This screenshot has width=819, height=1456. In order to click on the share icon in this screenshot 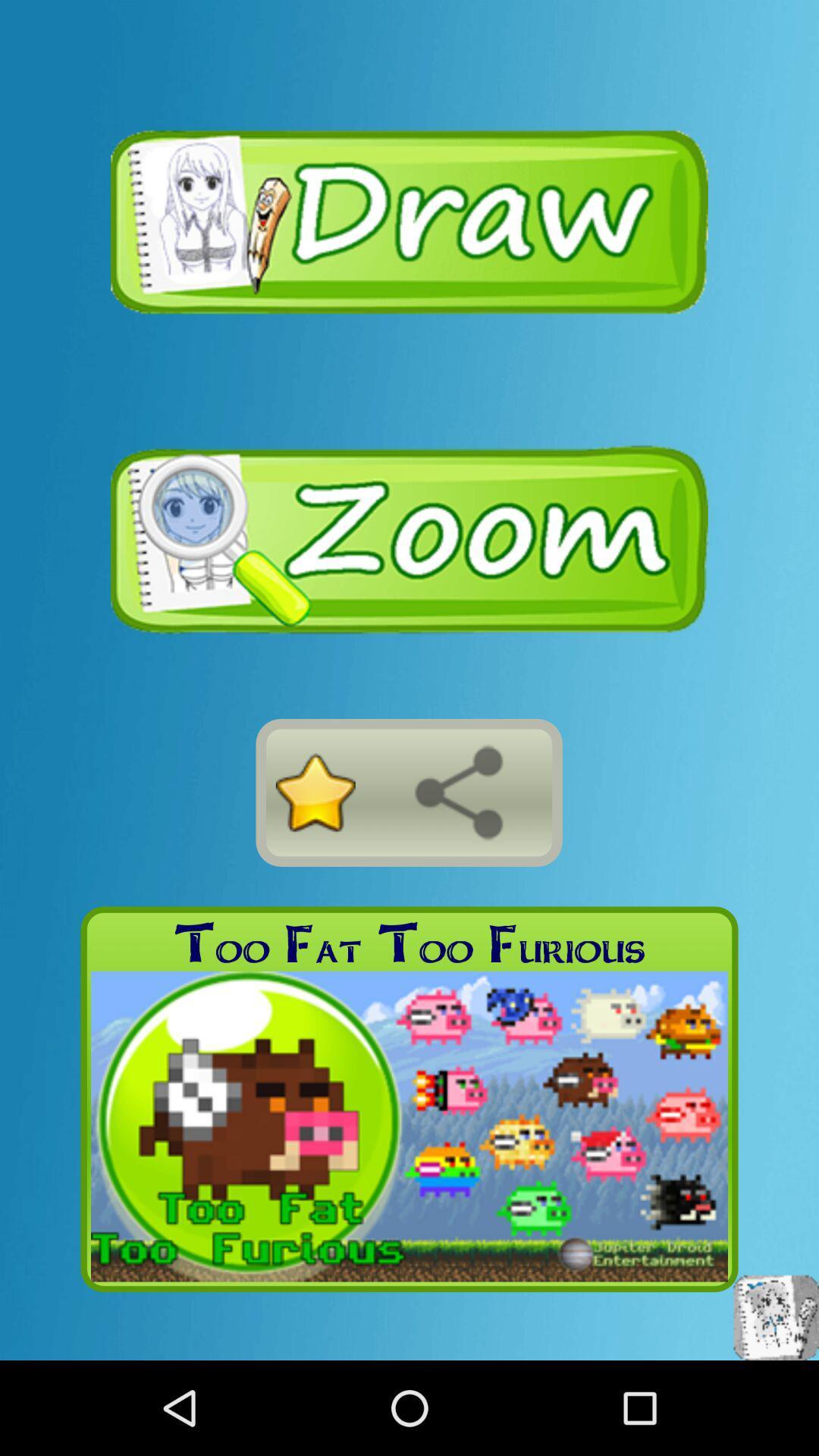, I will do `click(458, 847)`.